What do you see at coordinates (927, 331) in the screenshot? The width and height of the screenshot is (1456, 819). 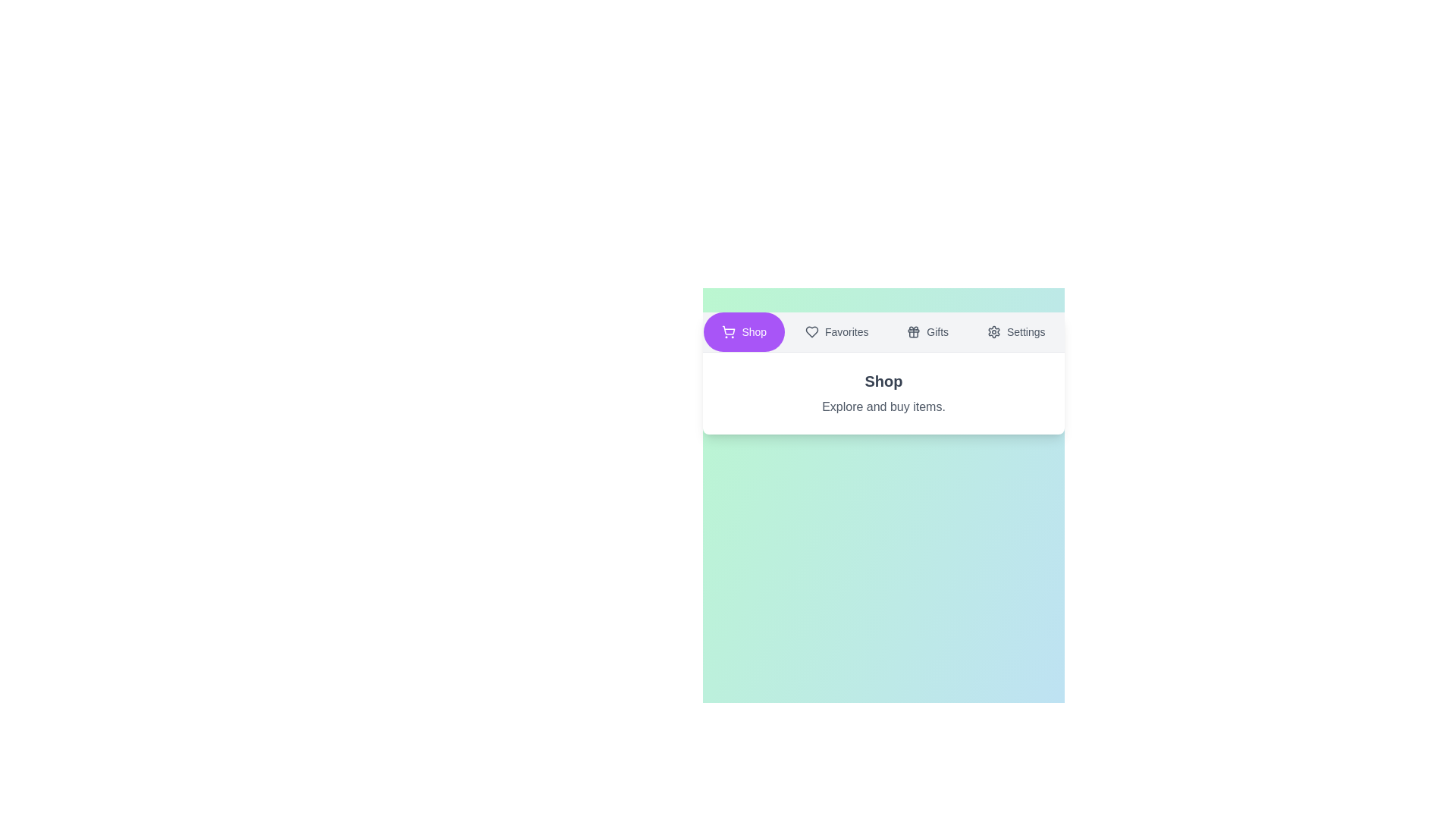 I see `the Gifts tab by clicking its button` at bounding box center [927, 331].